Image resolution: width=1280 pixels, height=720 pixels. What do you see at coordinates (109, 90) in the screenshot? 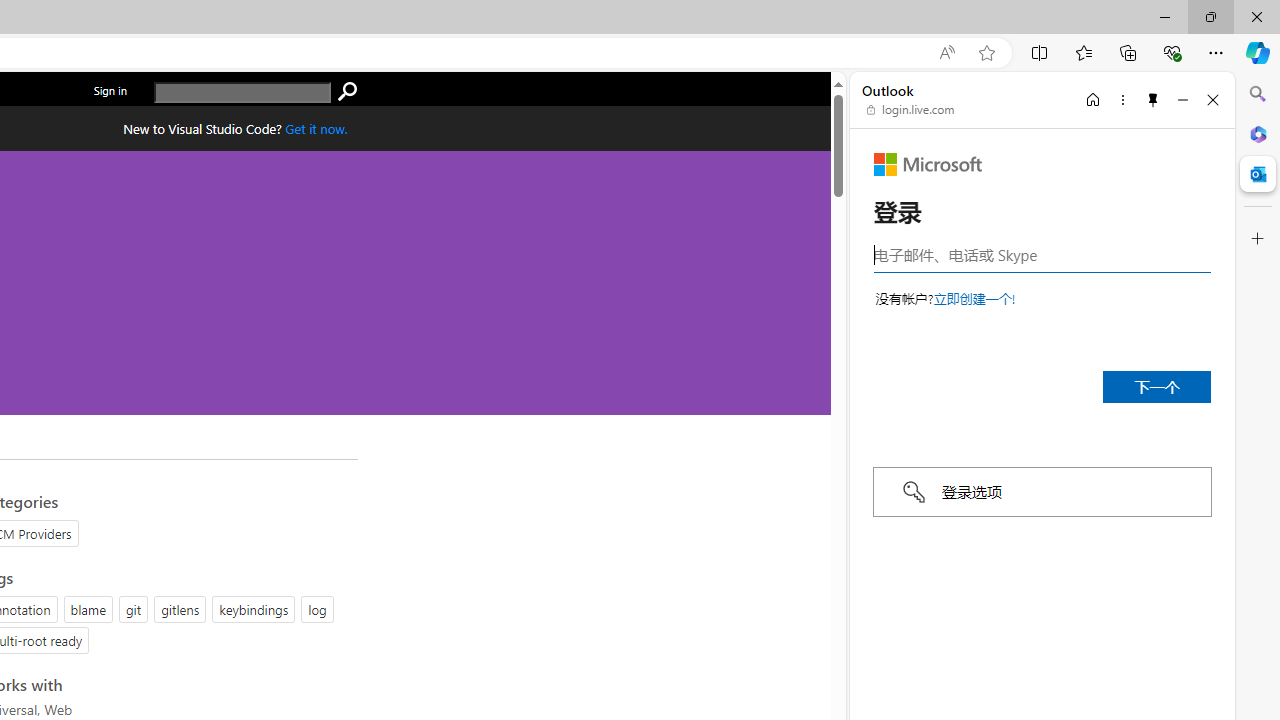
I see `'Sign in'` at bounding box center [109, 90].